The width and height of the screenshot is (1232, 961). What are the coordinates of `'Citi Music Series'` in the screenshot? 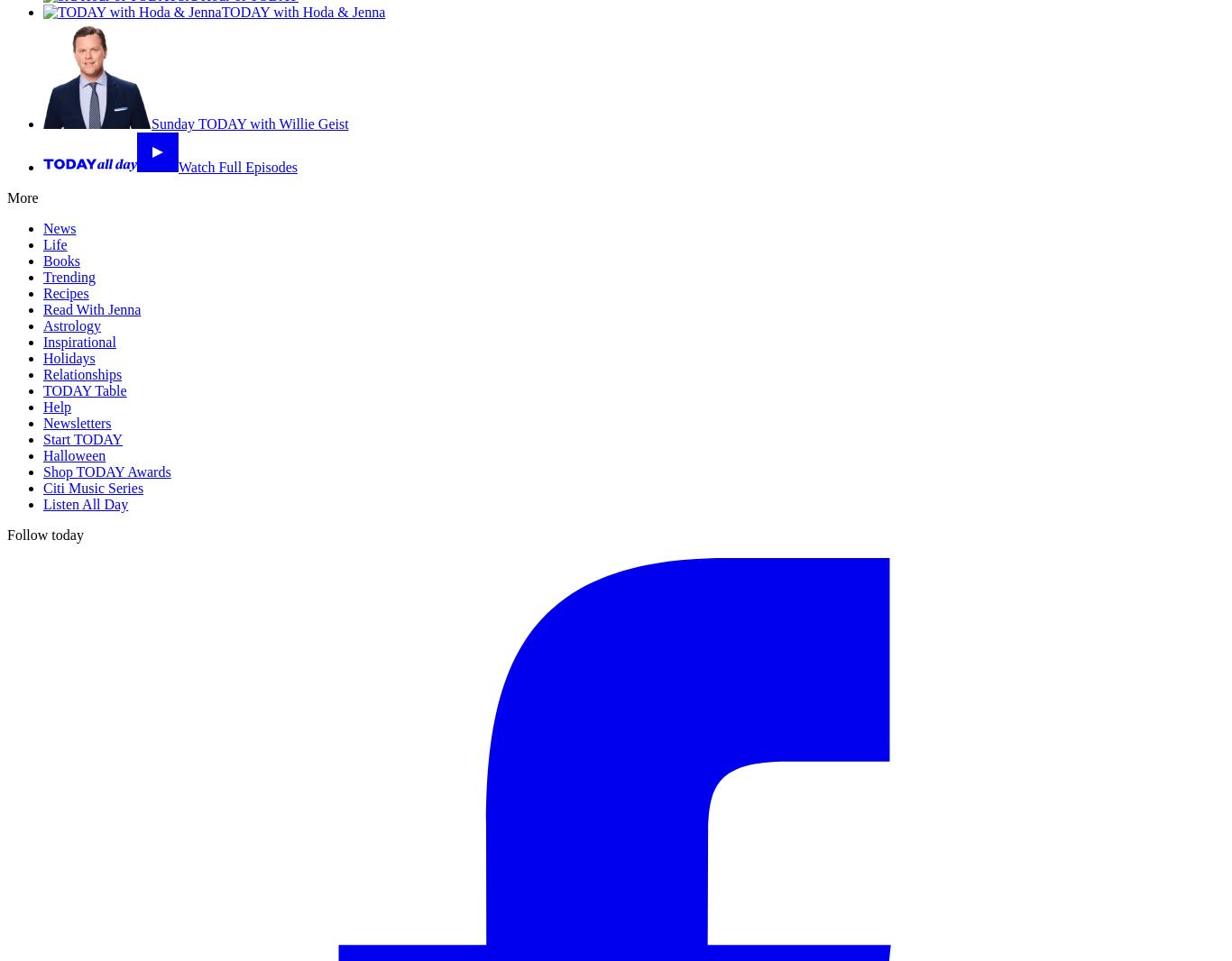 It's located at (93, 487).